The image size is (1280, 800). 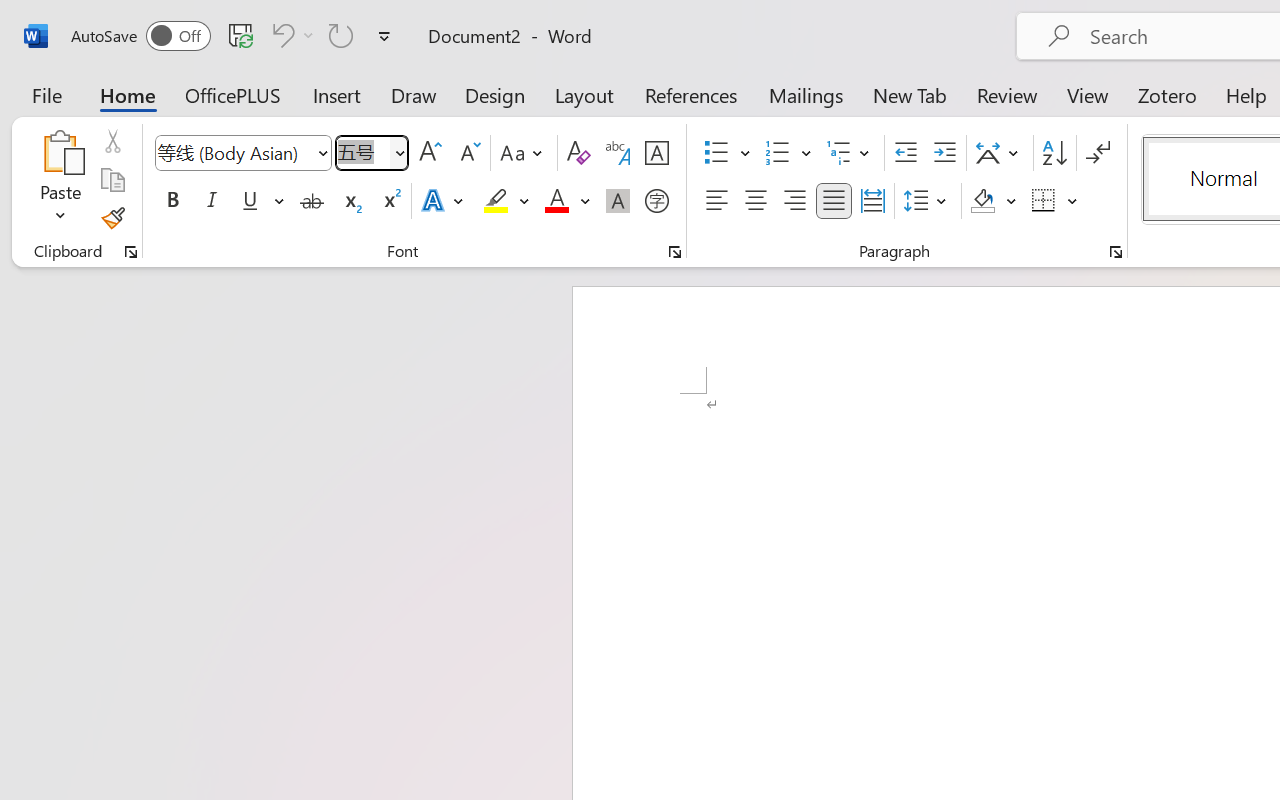 I want to click on 'Show/Hide Editing Marks', so click(x=1097, y=153).